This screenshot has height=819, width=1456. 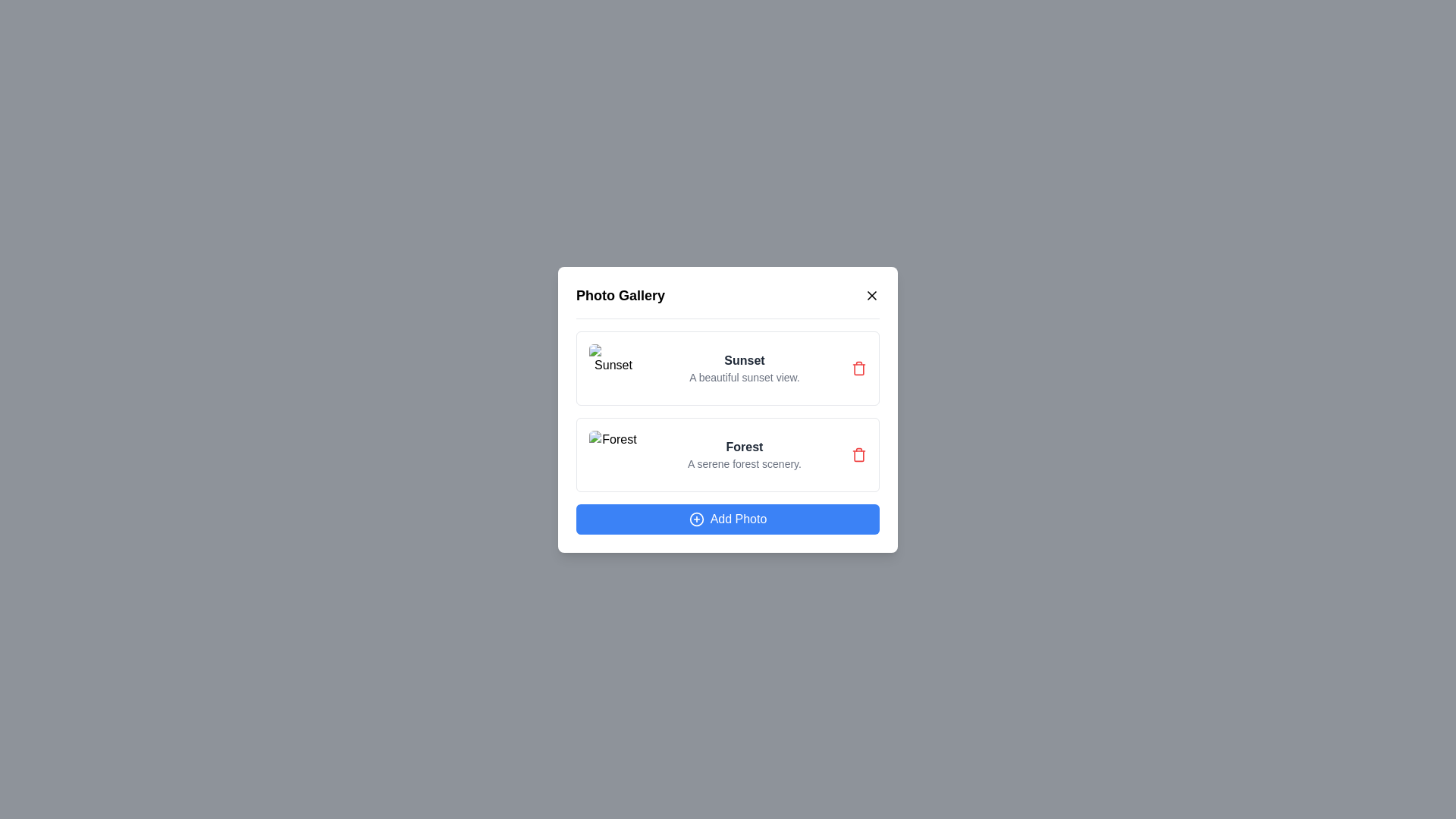 What do you see at coordinates (872, 295) in the screenshot?
I see `the close button located in the top-right corner of the 'Photo Gallery' modal header` at bounding box center [872, 295].